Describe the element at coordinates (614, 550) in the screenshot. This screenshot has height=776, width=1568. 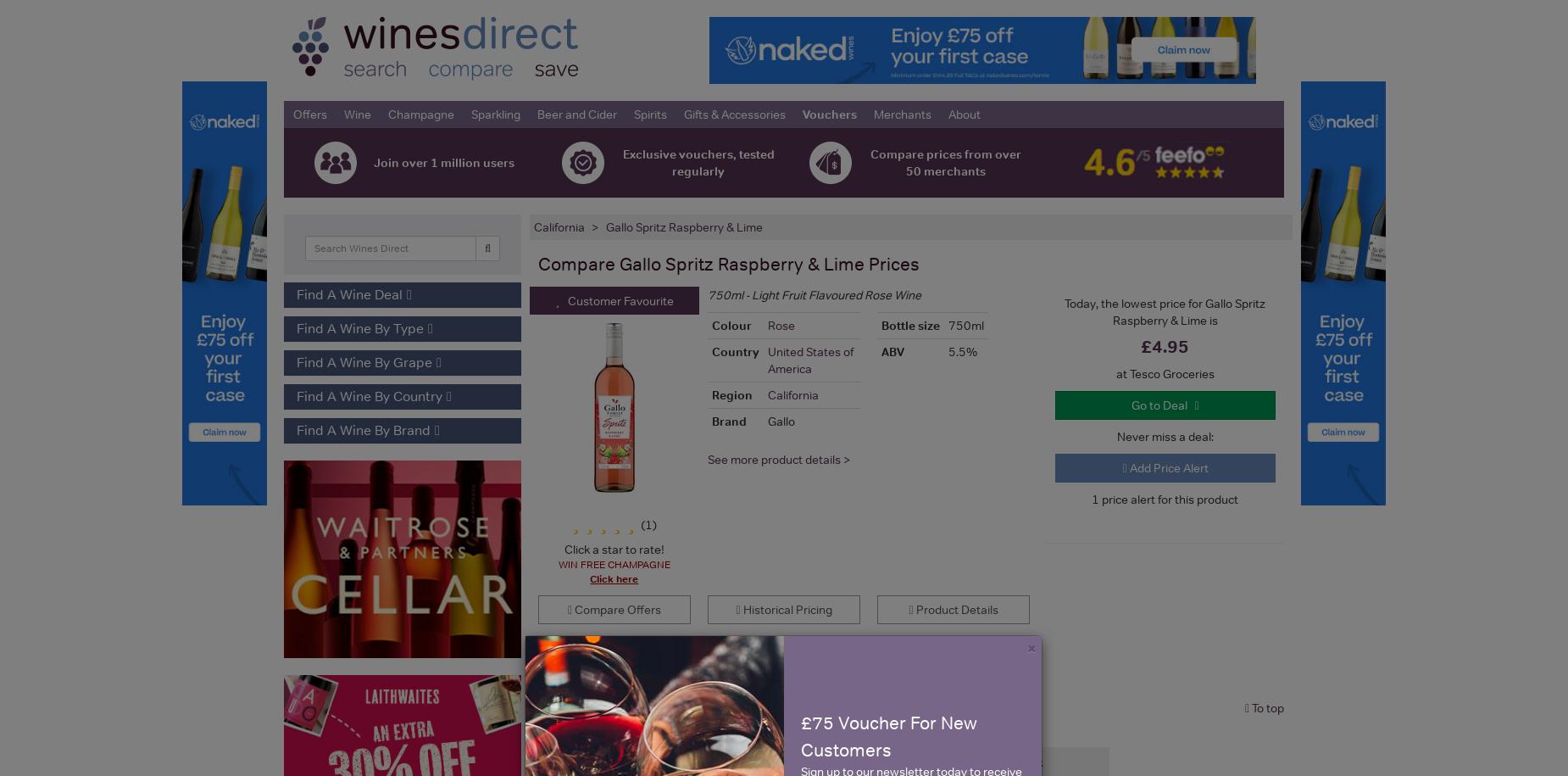
I see `'Click a star to rate!'` at that location.